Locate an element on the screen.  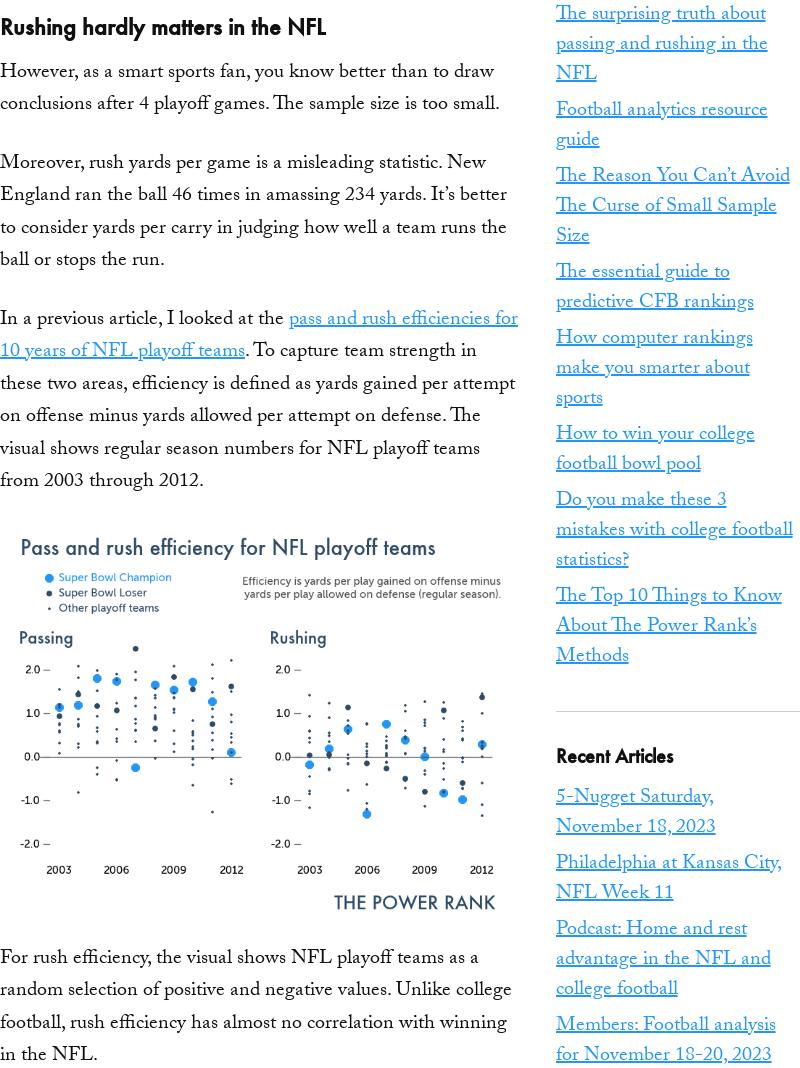
'The Top 10 Things to Know About The Power Rank’s Methods' is located at coordinates (668, 626).